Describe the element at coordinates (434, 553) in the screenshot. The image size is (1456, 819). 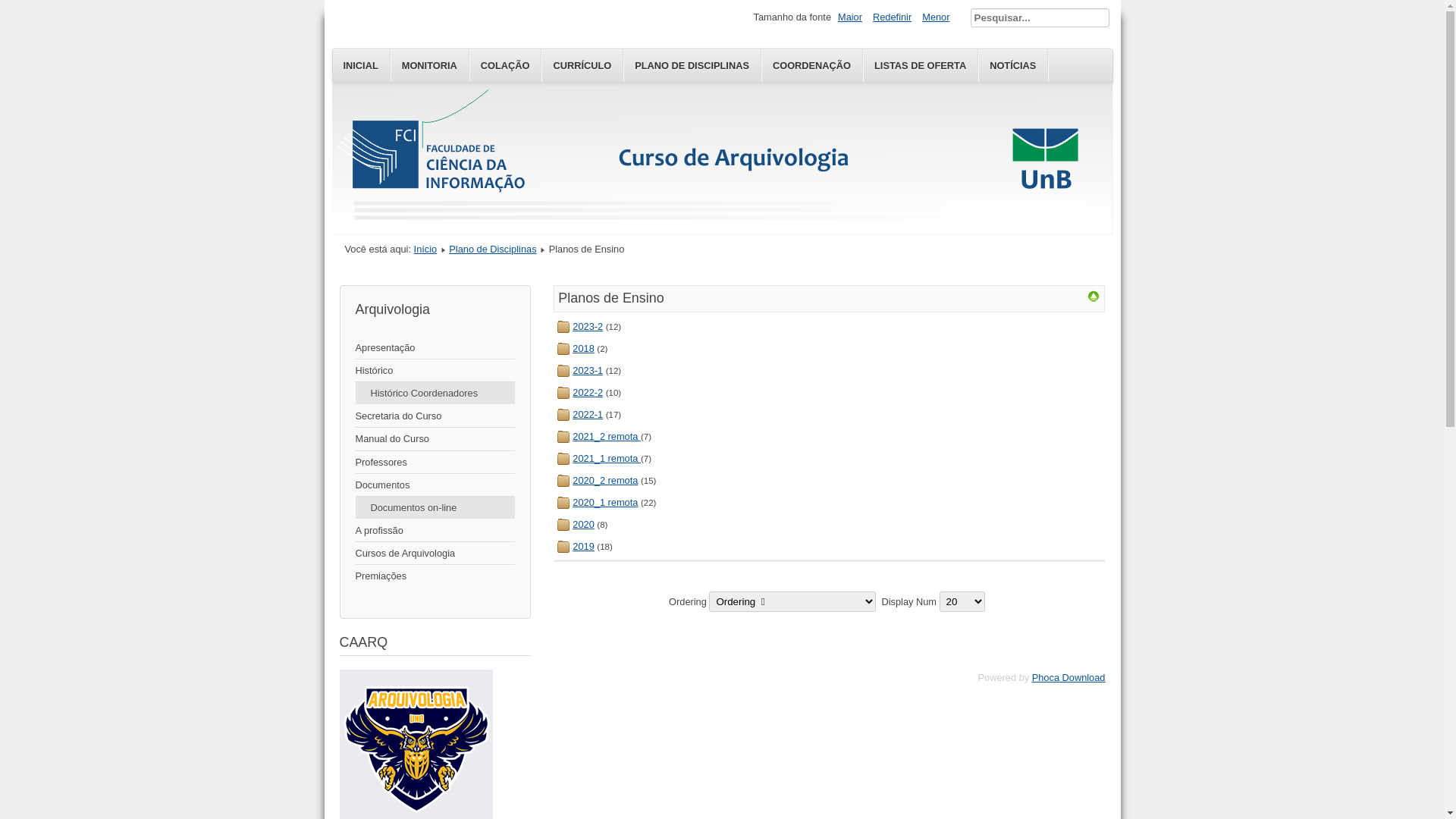
I see `'Cursos de Arquivologia'` at that location.